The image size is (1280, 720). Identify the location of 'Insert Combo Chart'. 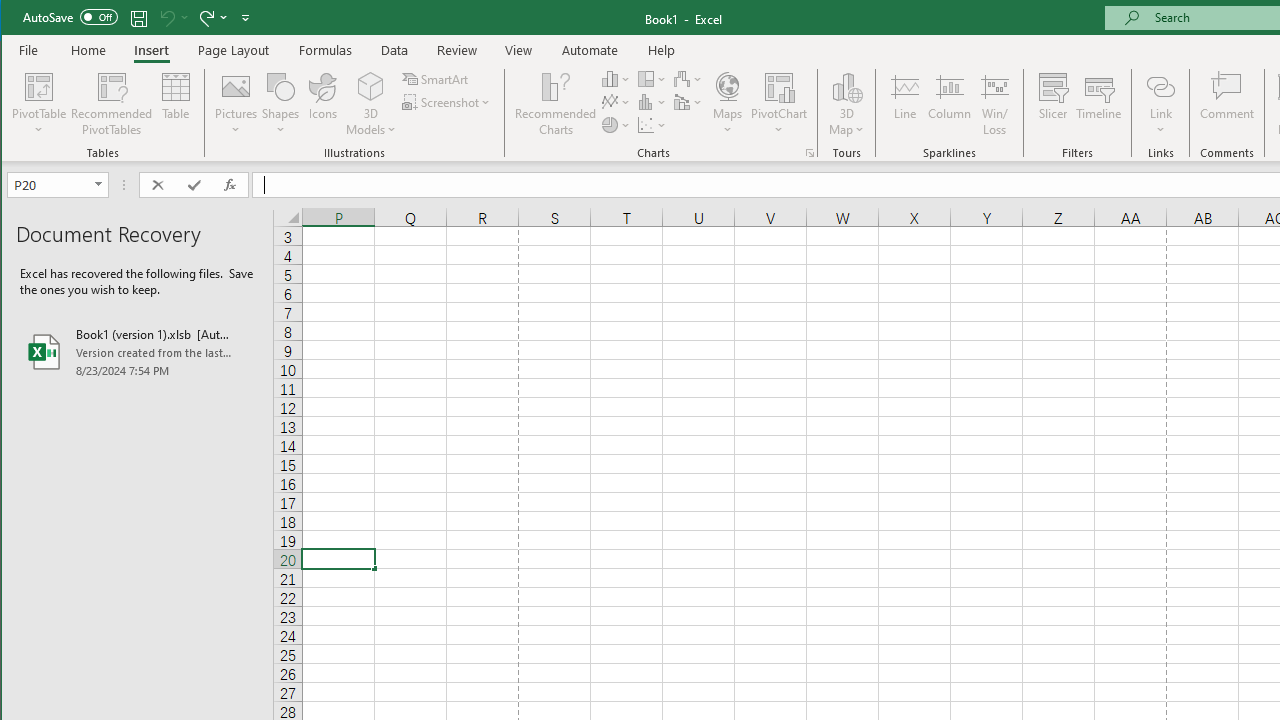
(688, 102).